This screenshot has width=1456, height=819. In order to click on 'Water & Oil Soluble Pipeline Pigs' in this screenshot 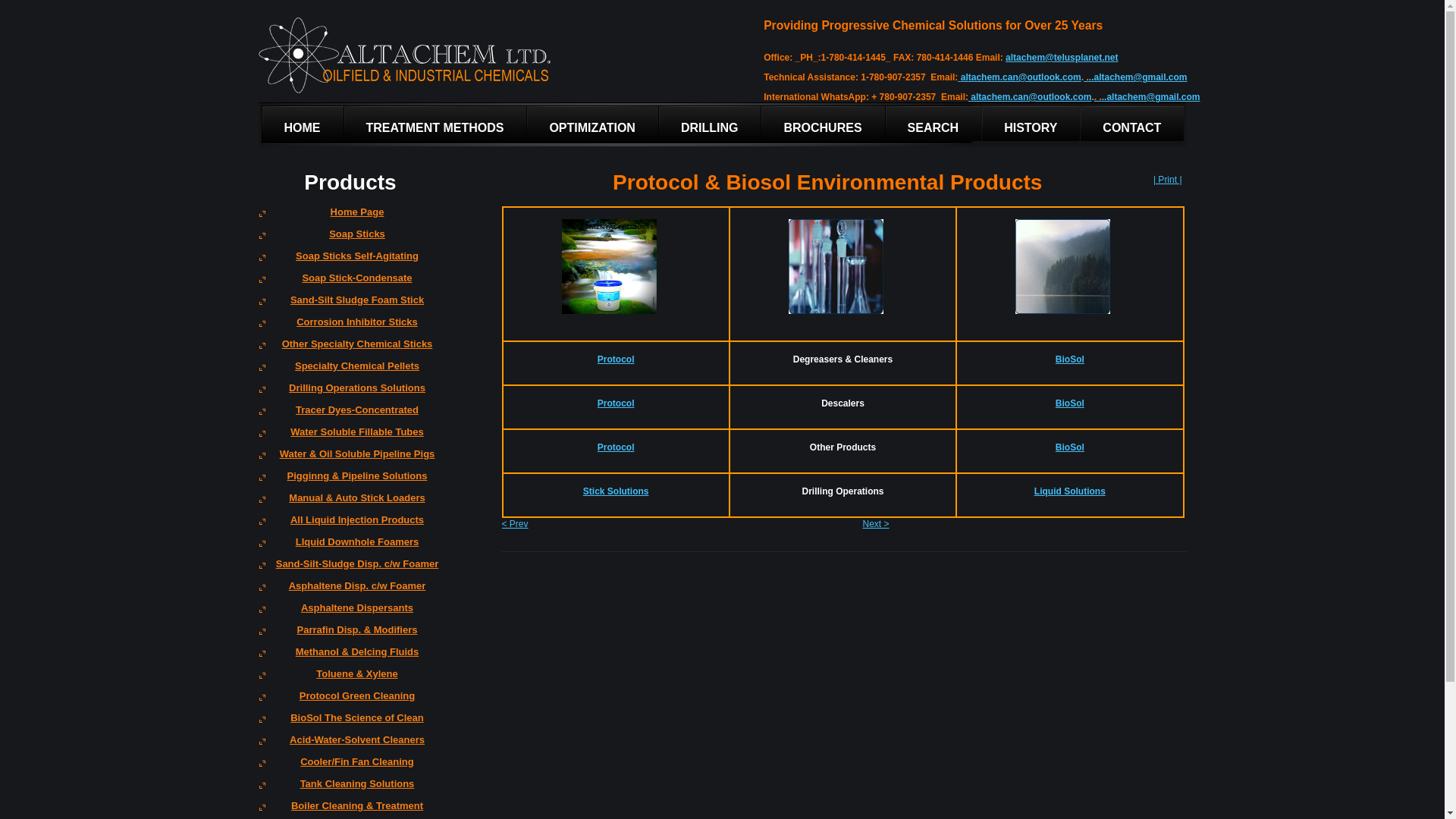, I will do `click(350, 458)`.